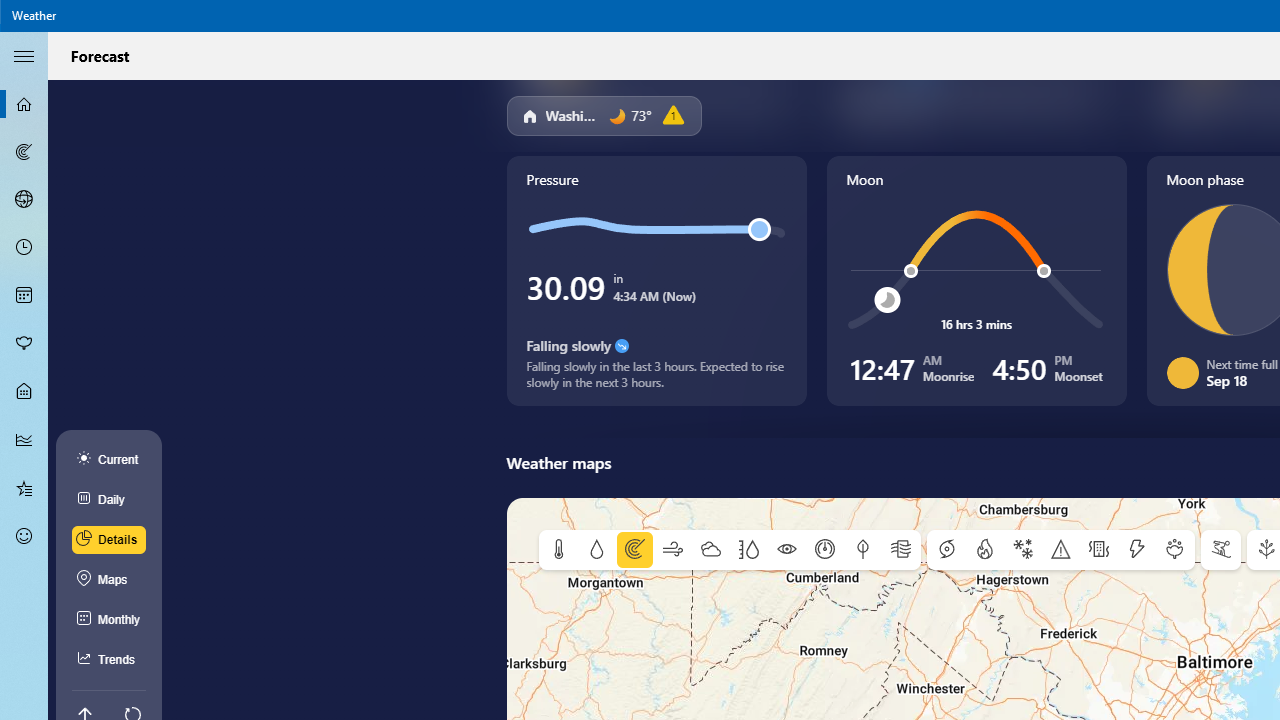 This screenshot has width=1280, height=720. What do you see at coordinates (24, 247) in the screenshot?
I see `'Hourly Forecast - Not Selected'` at bounding box center [24, 247].